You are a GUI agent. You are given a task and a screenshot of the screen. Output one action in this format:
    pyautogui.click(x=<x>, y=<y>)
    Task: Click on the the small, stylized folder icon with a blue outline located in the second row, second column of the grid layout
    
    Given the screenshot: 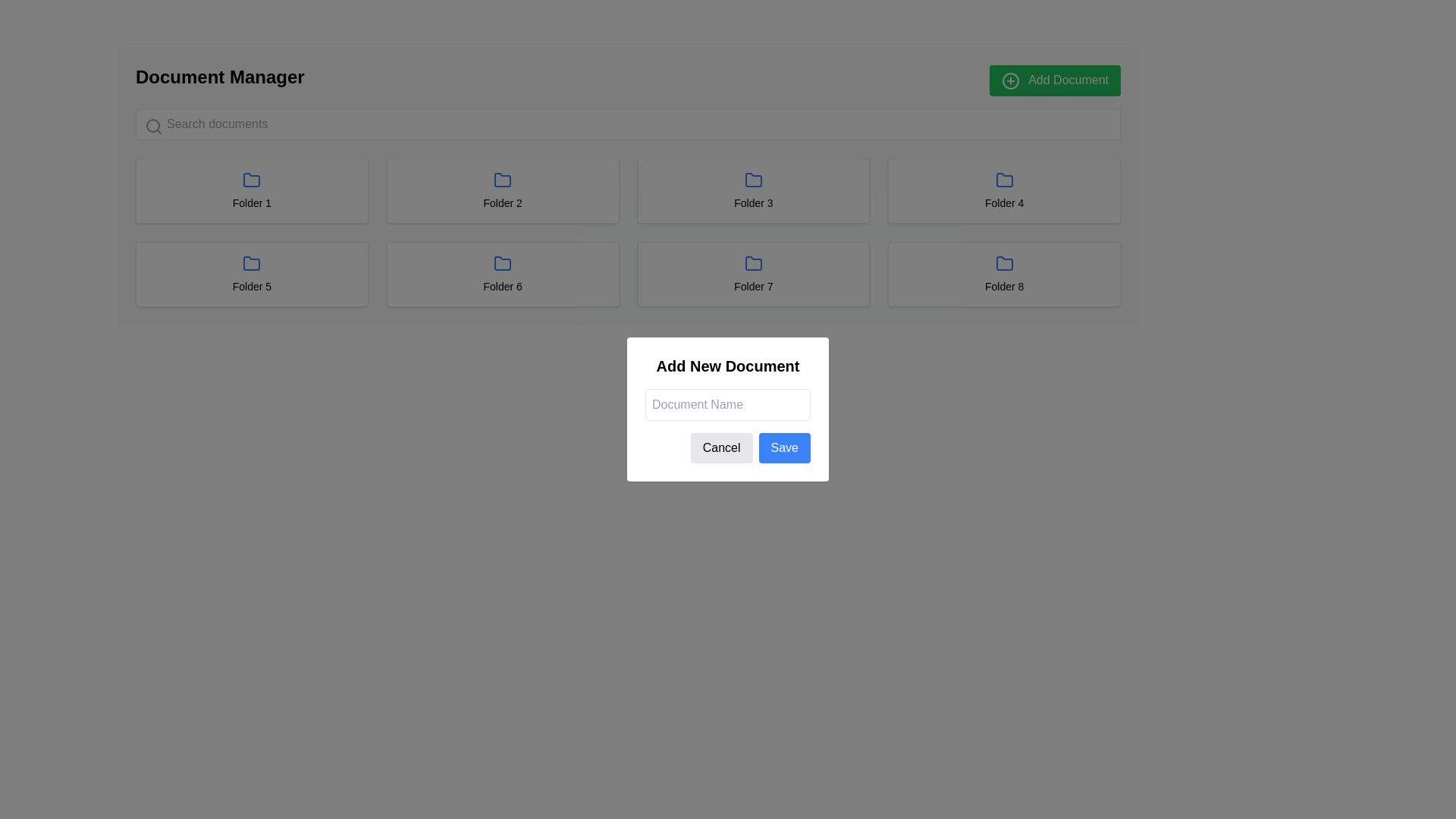 What is the action you would take?
    pyautogui.click(x=503, y=262)
    